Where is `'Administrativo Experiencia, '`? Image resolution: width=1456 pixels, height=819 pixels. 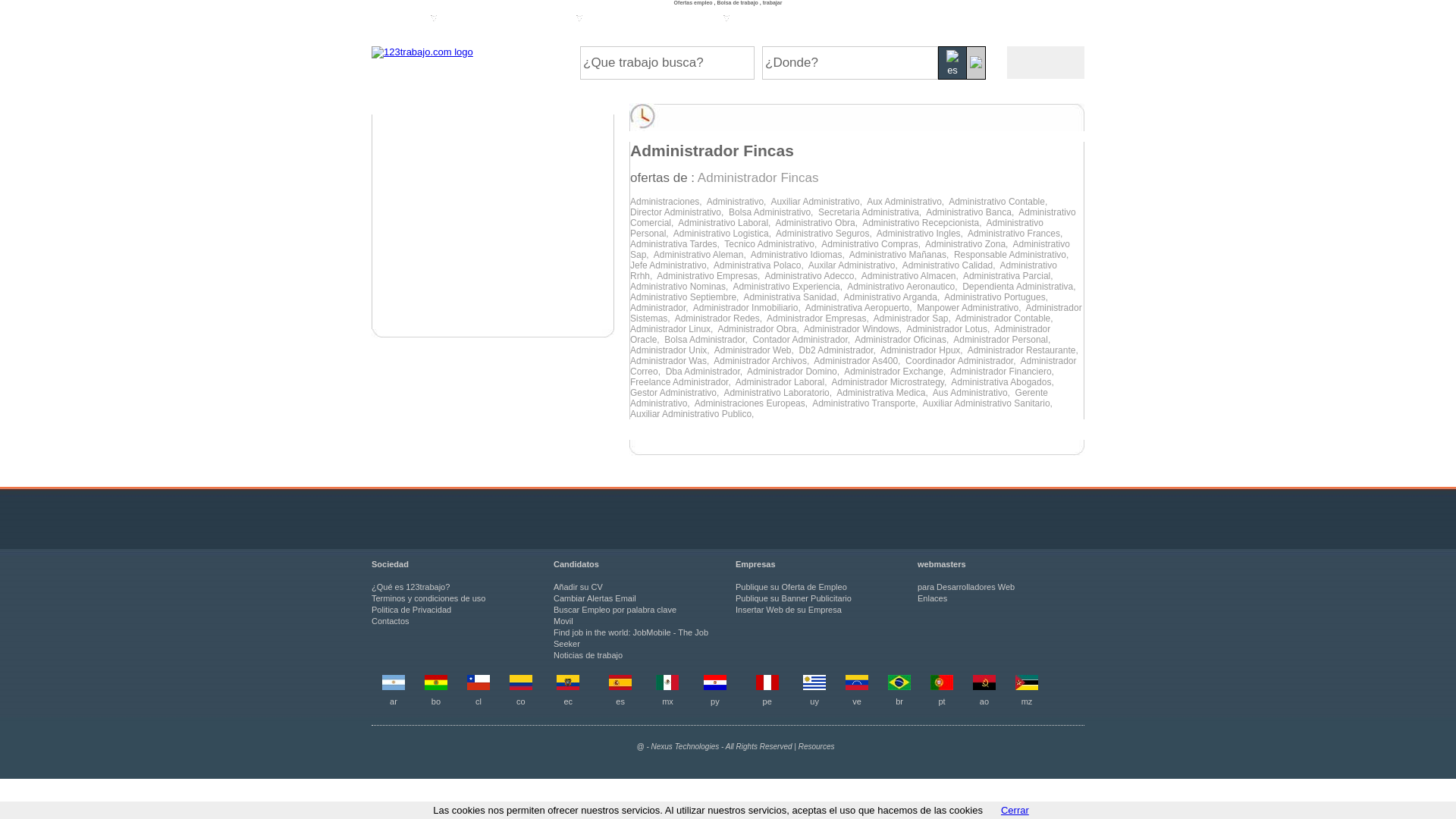
'Administrativo Experiencia, ' is located at coordinates (789, 287).